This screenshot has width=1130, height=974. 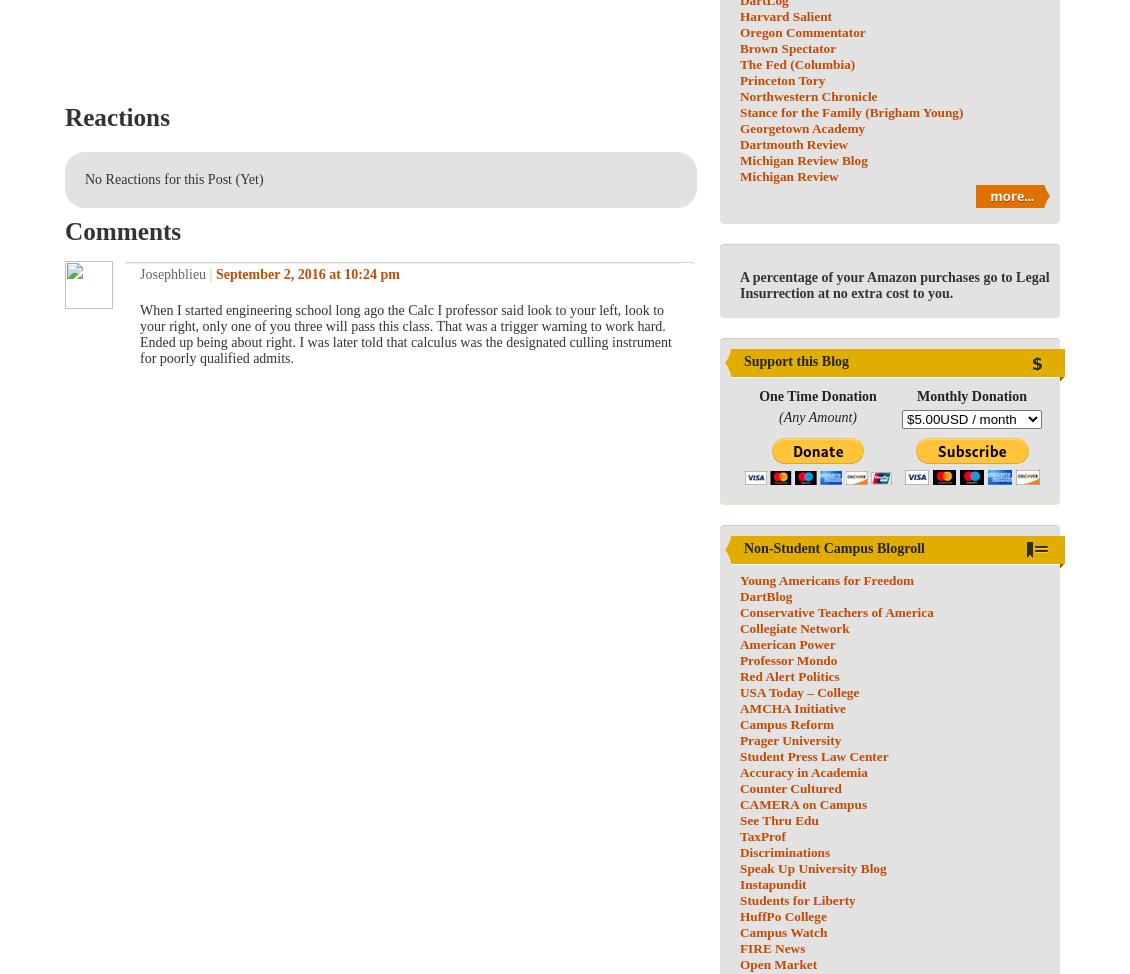 What do you see at coordinates (790, 739) in the screenshot?
I see `'Prager University'` at bounding box center [790, 739].